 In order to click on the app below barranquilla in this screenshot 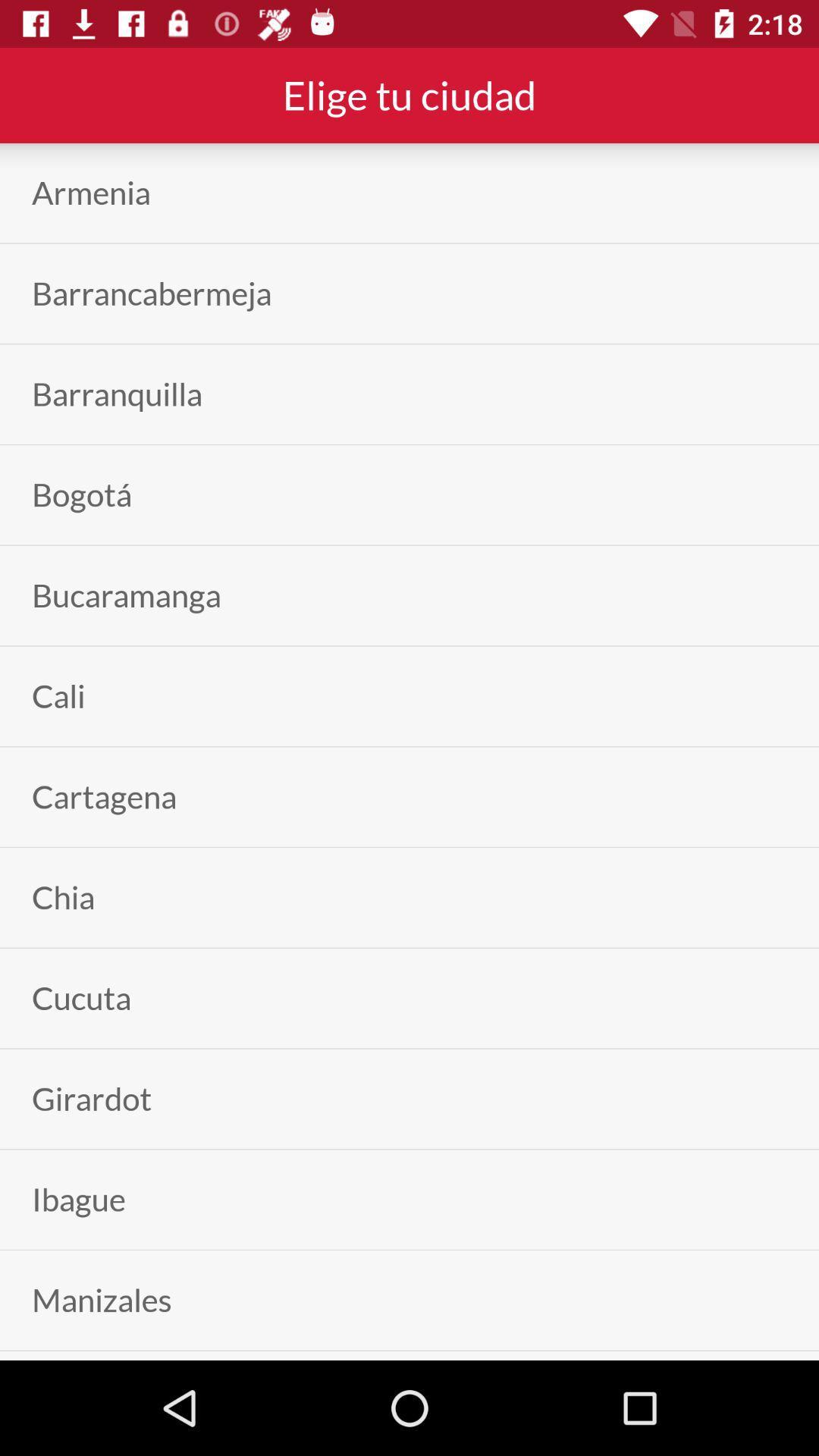, I will do `click(82, 494)`.